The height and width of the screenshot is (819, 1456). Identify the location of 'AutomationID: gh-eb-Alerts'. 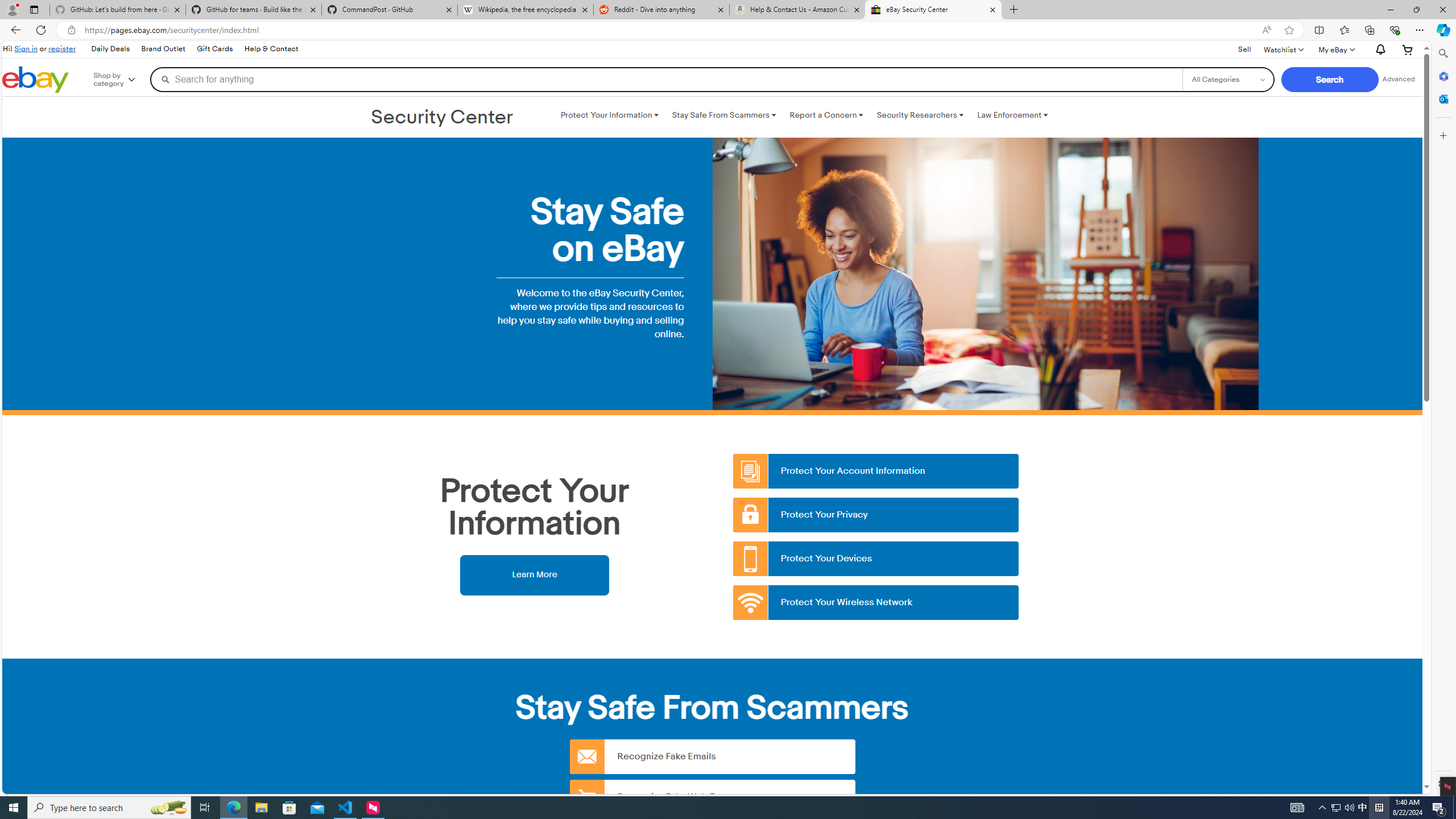
(1379, 49).